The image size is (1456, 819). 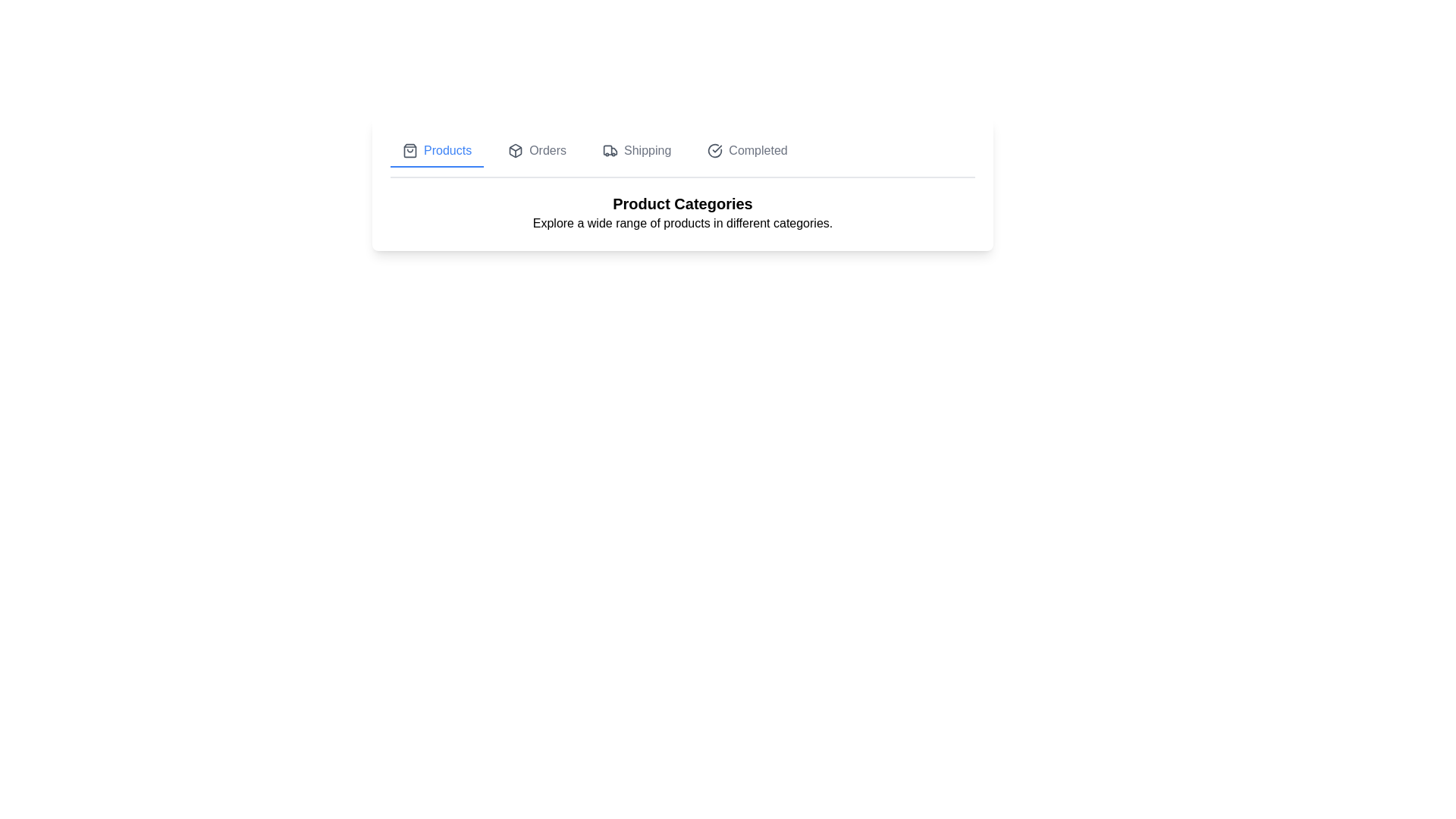 I want to click on the 'Shipping' icon which is embedded inside the 'Shipping' tab by moving the cursor to its center point, so click(x=610, y=151).